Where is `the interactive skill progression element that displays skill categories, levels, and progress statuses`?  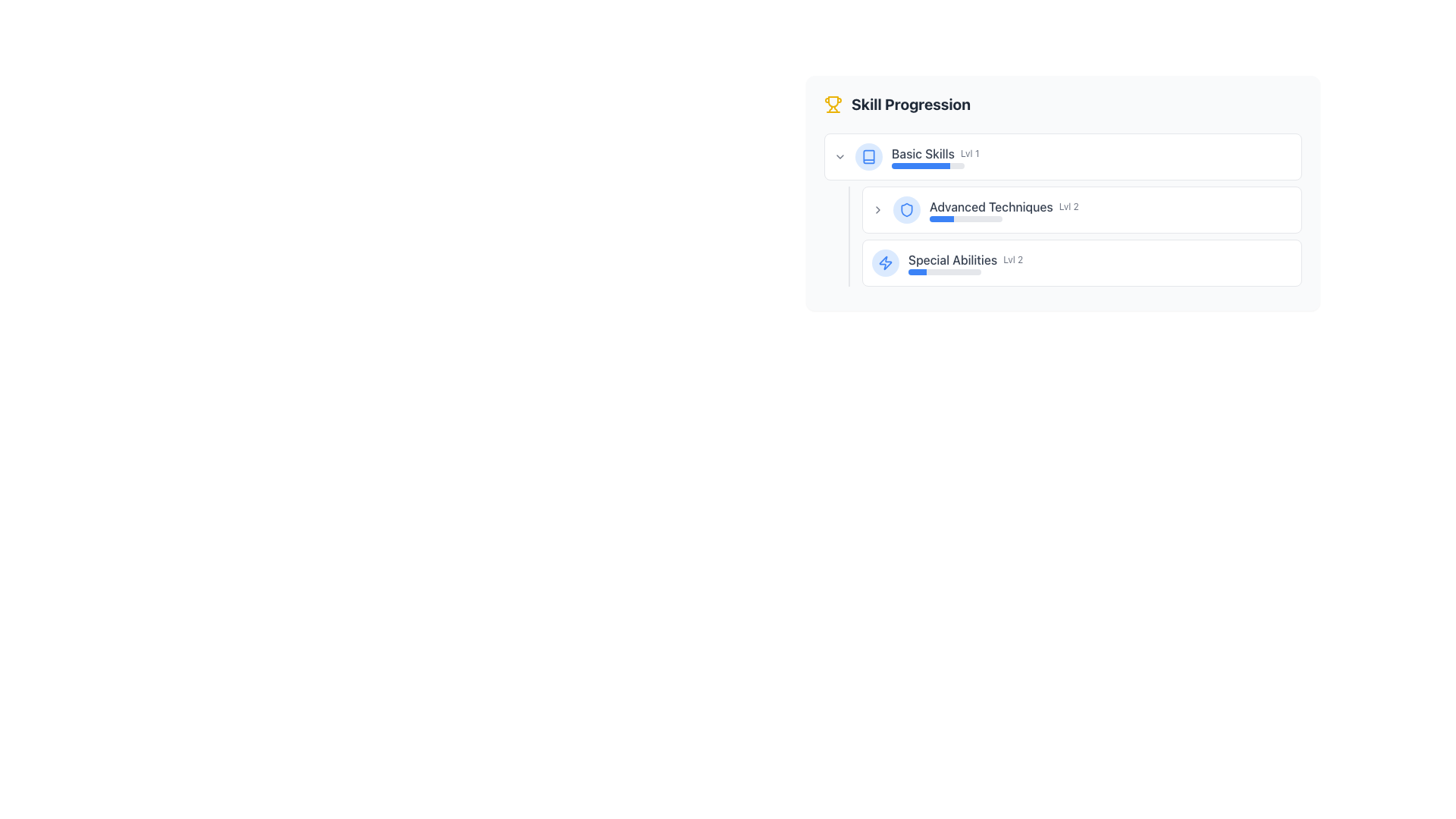 the interactive skill progression element that displays skill categories, levels, and progress statuses is located at coordinates (1062, 192).